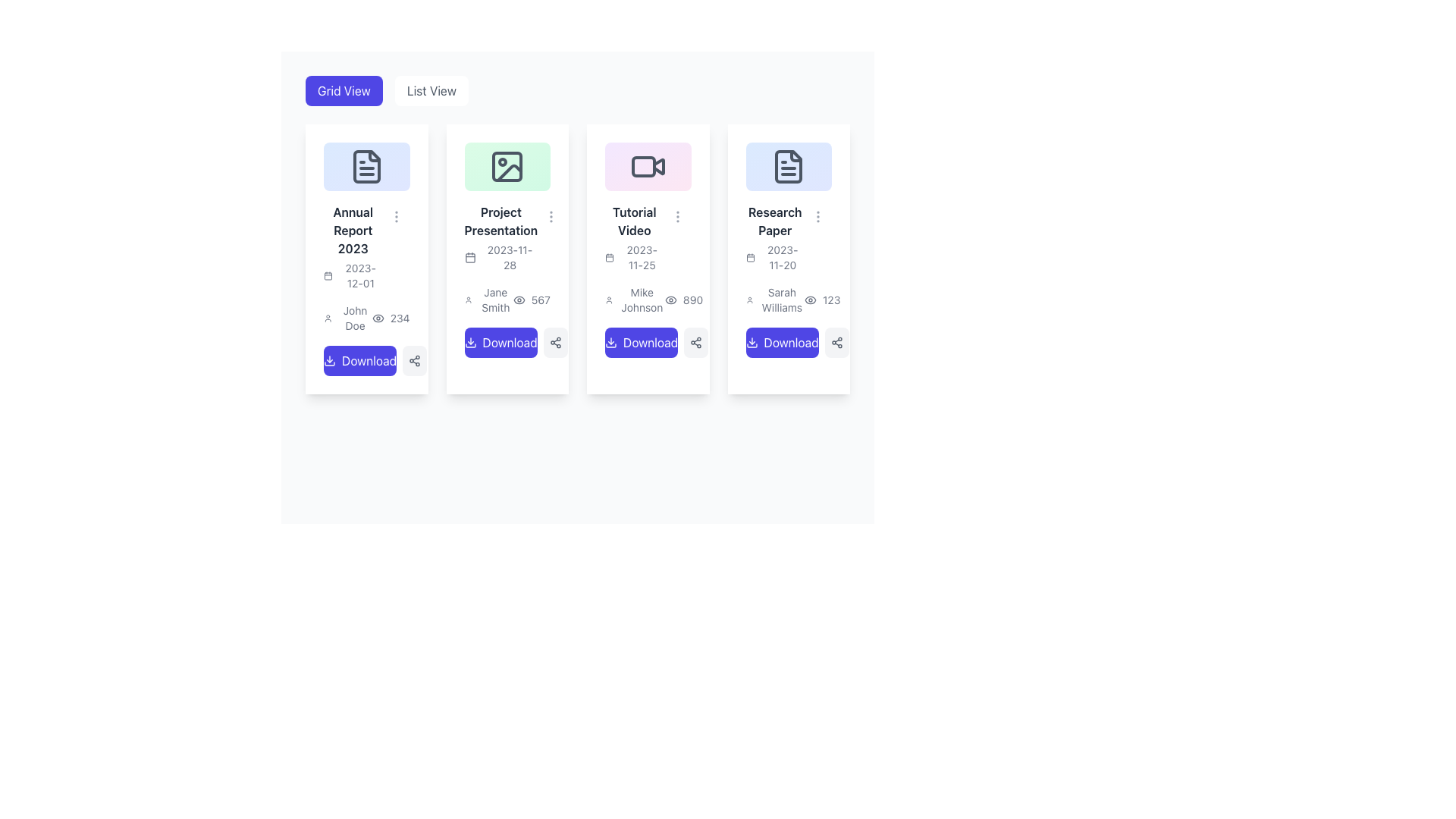 The image size is (1456, 819). What do you see at coordinates (775, 300) in the screenshot?
I see `the text label displaying 'Sarah Williams' located within the 'Research Paper' card, positioned to the left of the view count '123'` at bounding box center [775, 300].